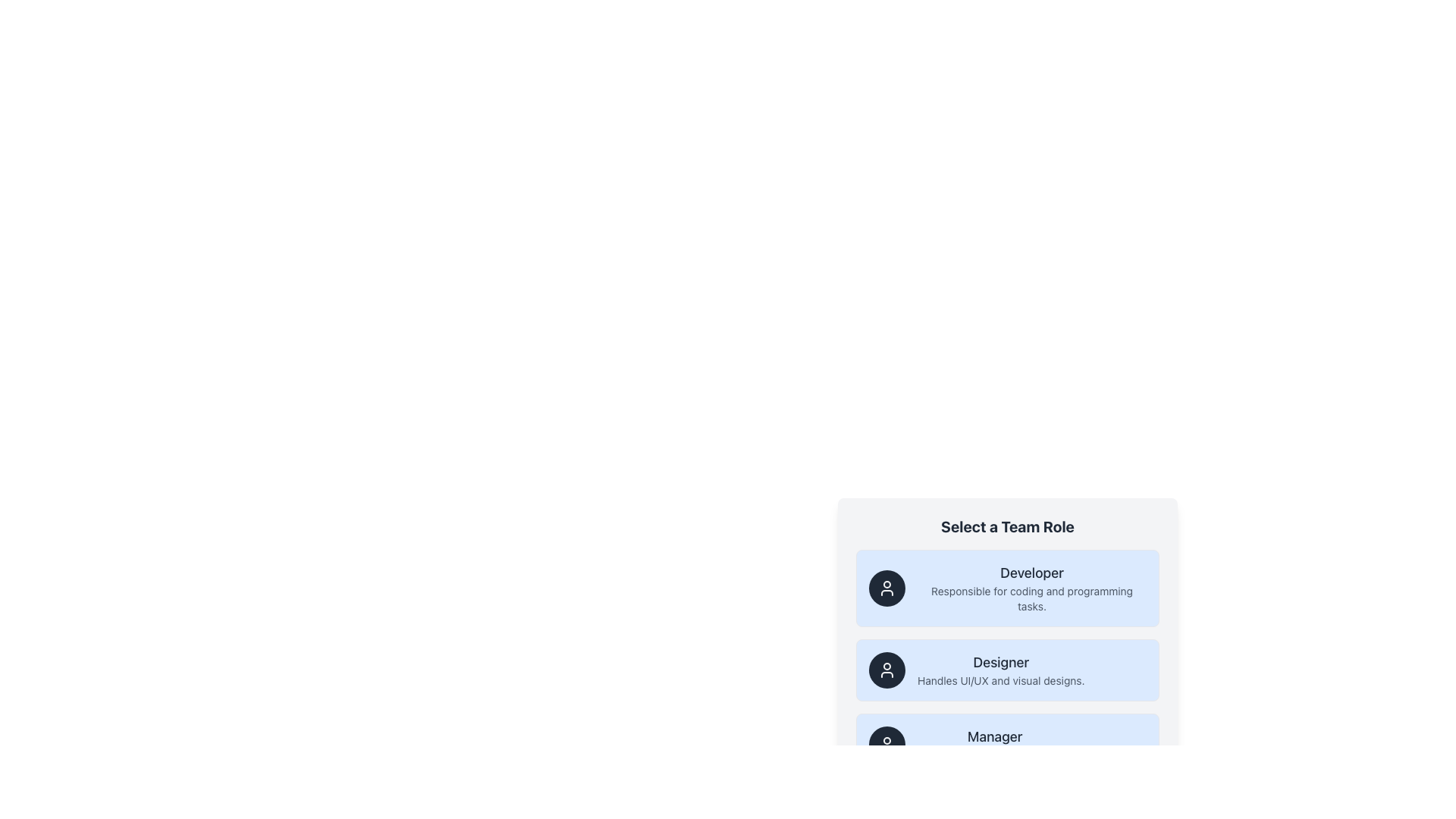 This screenshot has width=1456, height=819. I want to click on the static text label that reads 'Responsible for coding and programming tasks.' located below the 'Developer' heading within its card in the lower-right area of the interface, so click(1031, 598).